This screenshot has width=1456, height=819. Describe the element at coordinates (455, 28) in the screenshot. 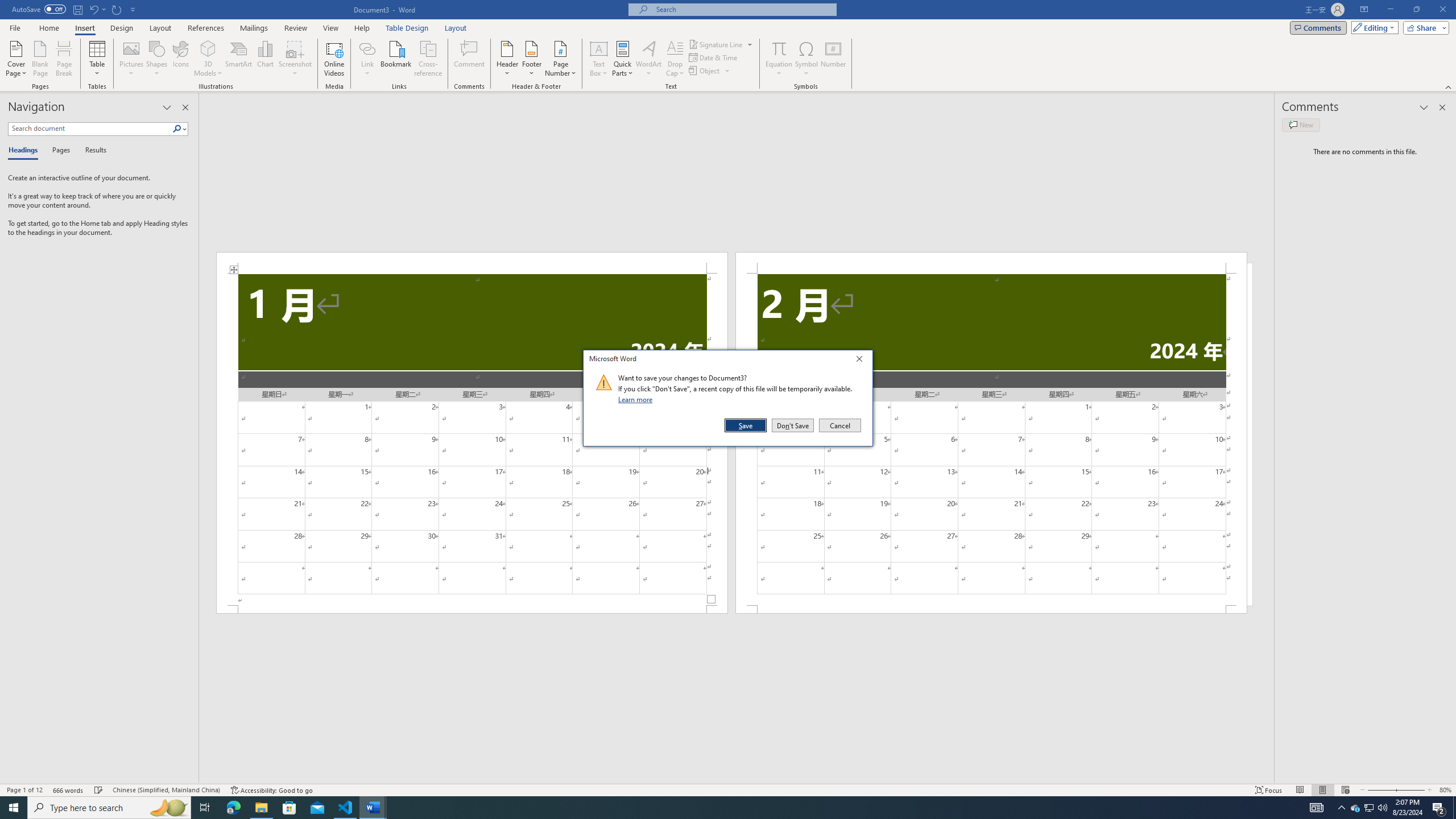

I see `'Layout'` at that location.